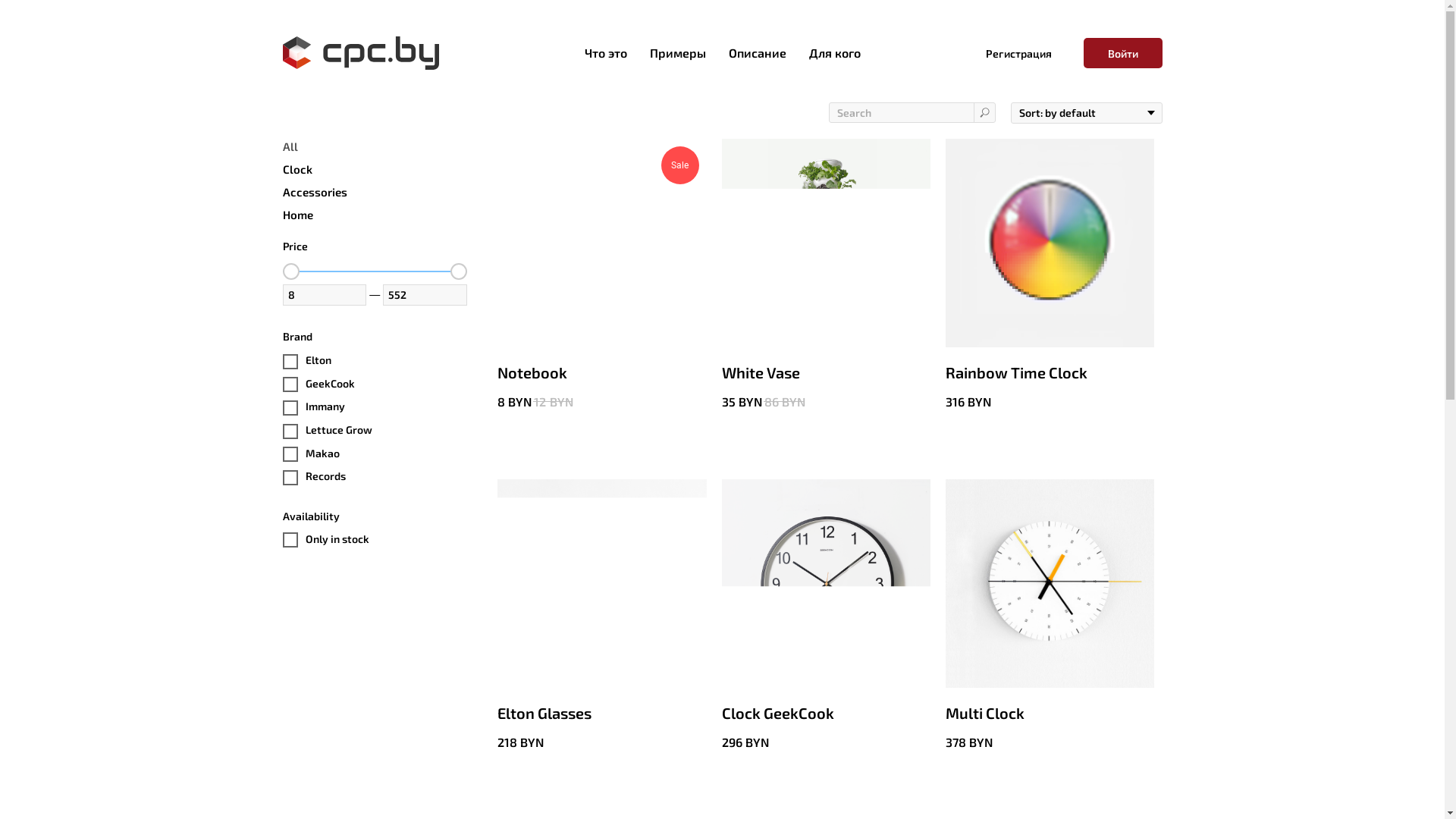 The height and width of the screenshot is (819, 1456). What do you see at coordinates (601, 275) in the screenshot?
I see `'Sale` at bounding box center [601, 275].